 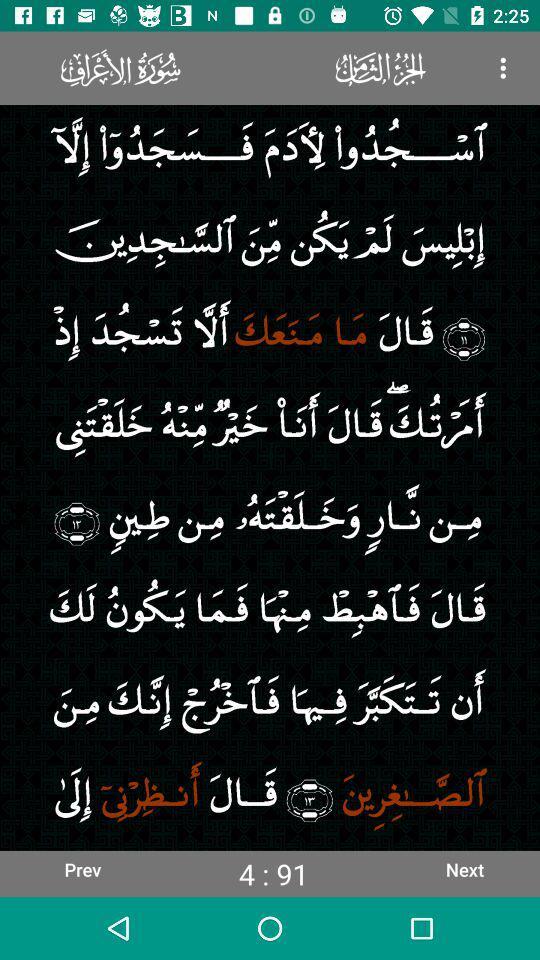 What do you see at coordinates (81, 868) in the screenshot?
I see `the prev item` at bounding box center [81, 868].